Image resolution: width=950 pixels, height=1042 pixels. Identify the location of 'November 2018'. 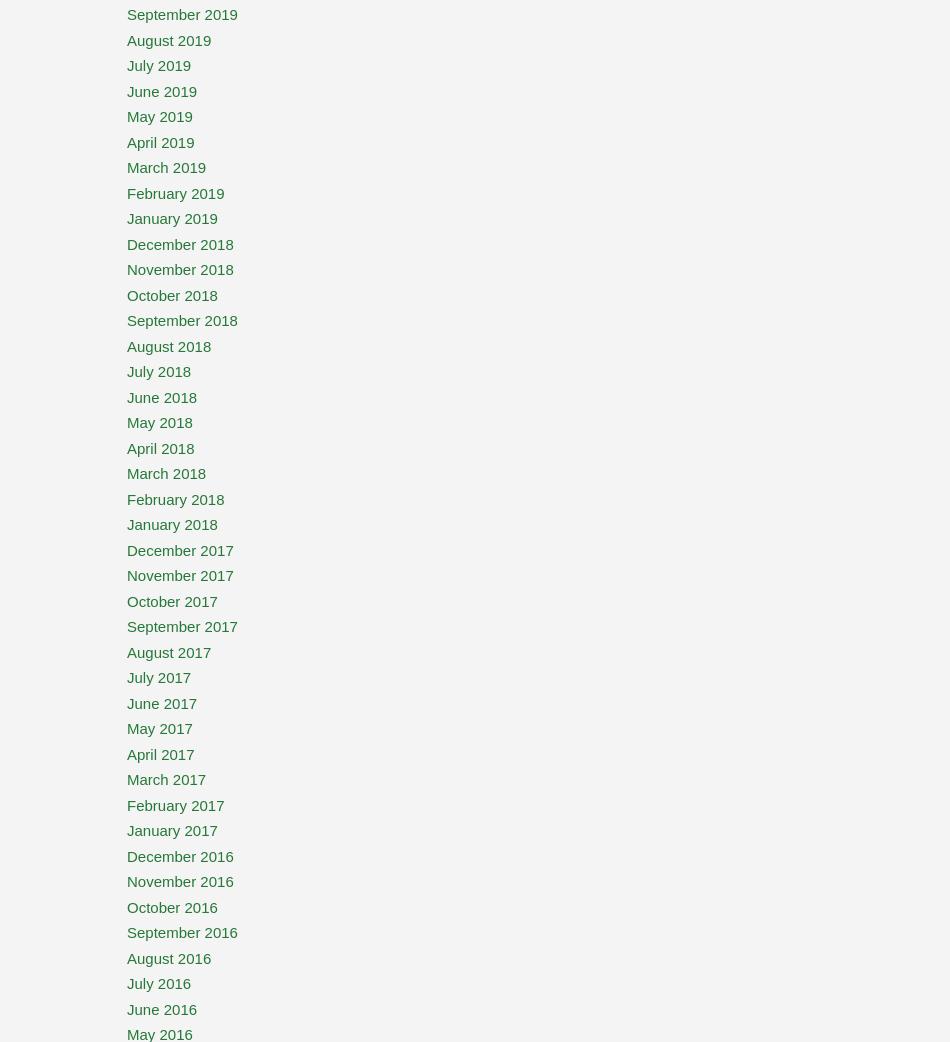
(180, 269).